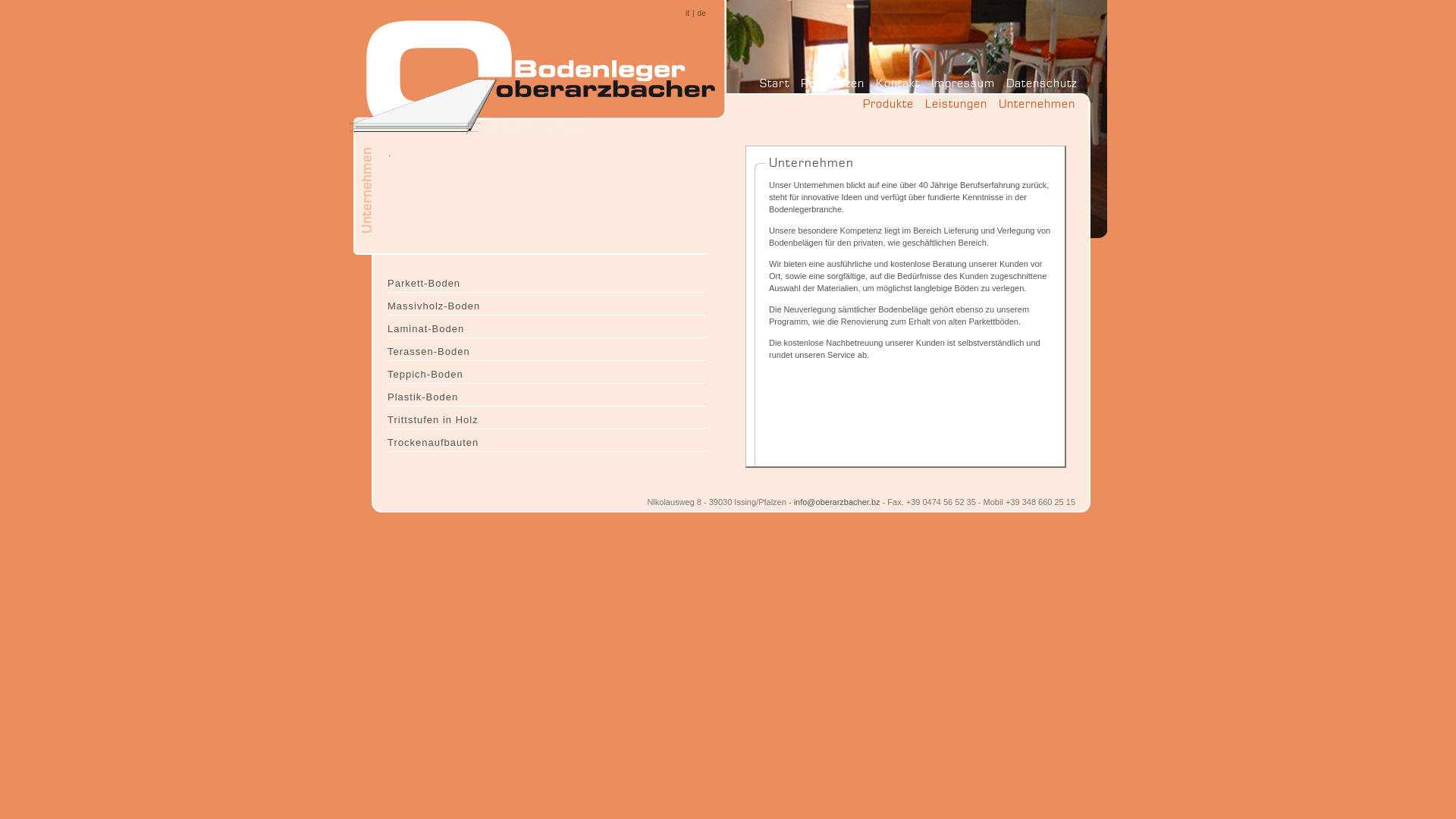 The height and width of the screenshot is (819, 1456). I want to click on 'Terassen-Boden', so click(387, 350).